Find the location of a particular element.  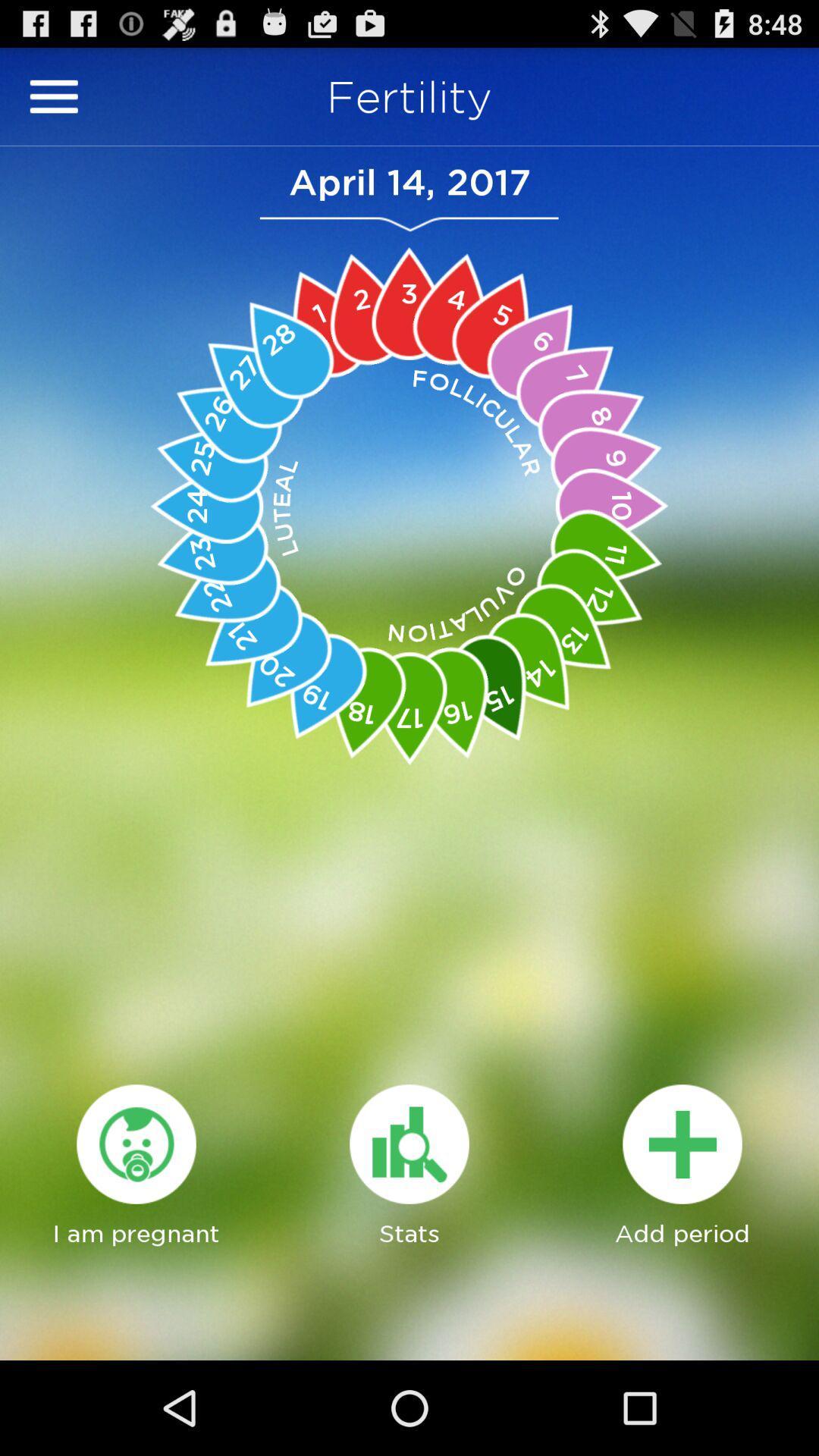

the add icon is located at coordinates (681, 1224).